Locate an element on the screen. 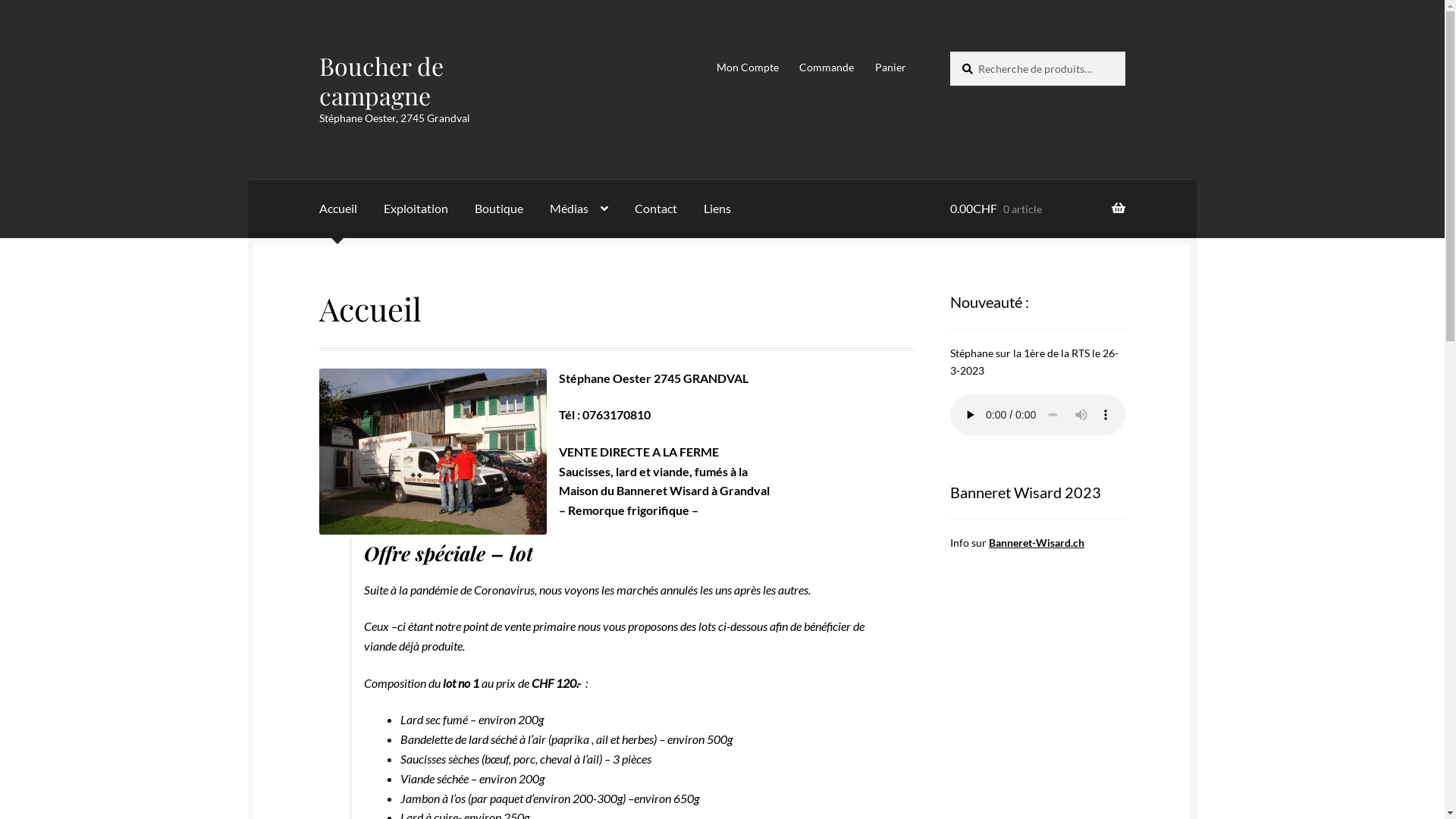 Image resolution: width=1456 pixels, height=819 pixels. '0.00CHF 0 article' is located at coordinates (1037, 208).